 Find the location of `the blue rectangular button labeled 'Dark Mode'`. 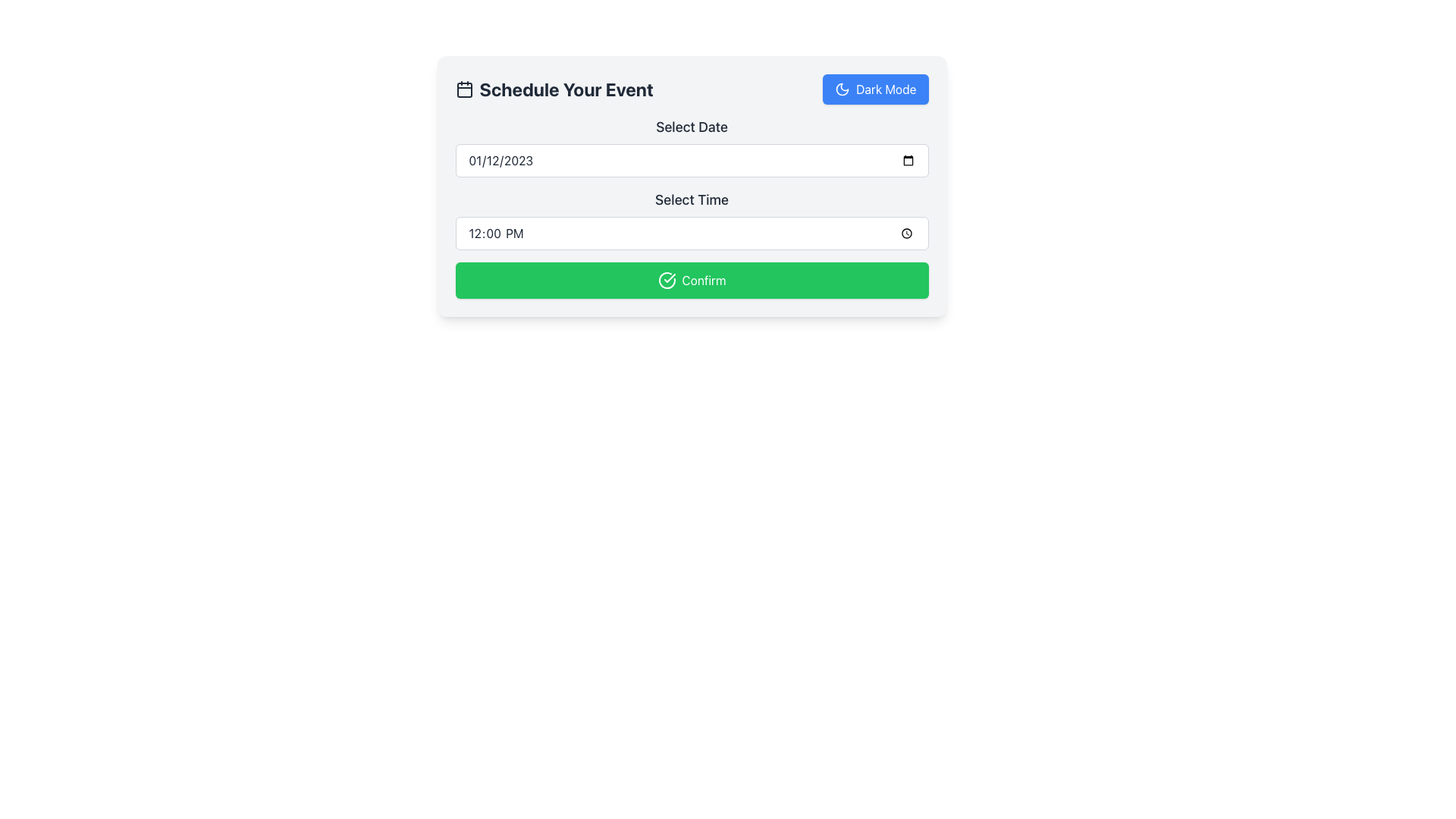

the blue rectangular button labeled 'Dark Mode' is located at coordinates (842, 89).